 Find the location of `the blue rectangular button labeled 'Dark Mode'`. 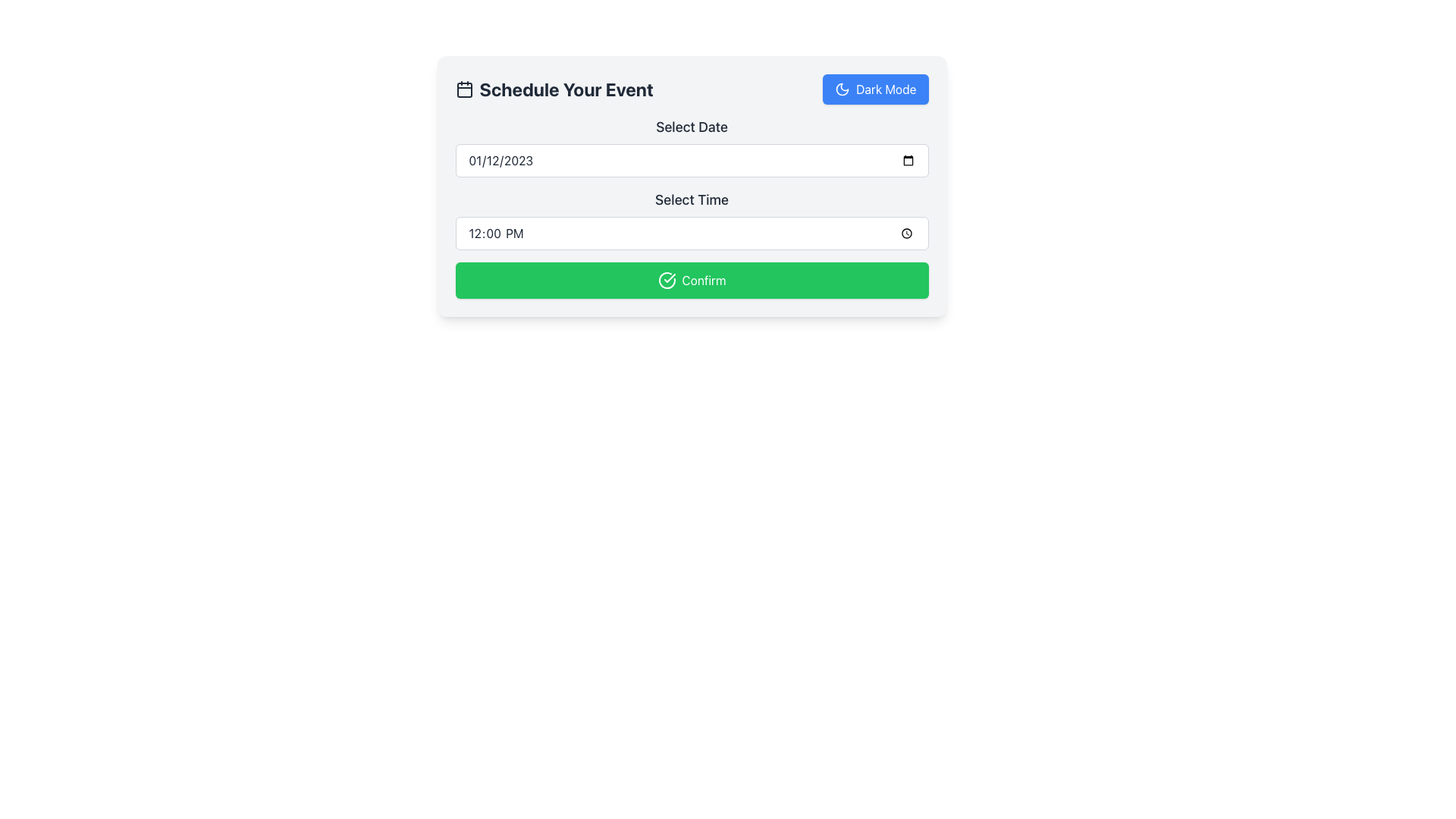

the blue rectangular button labeled 'Dark Mode' is located at coordinates (842, 89).